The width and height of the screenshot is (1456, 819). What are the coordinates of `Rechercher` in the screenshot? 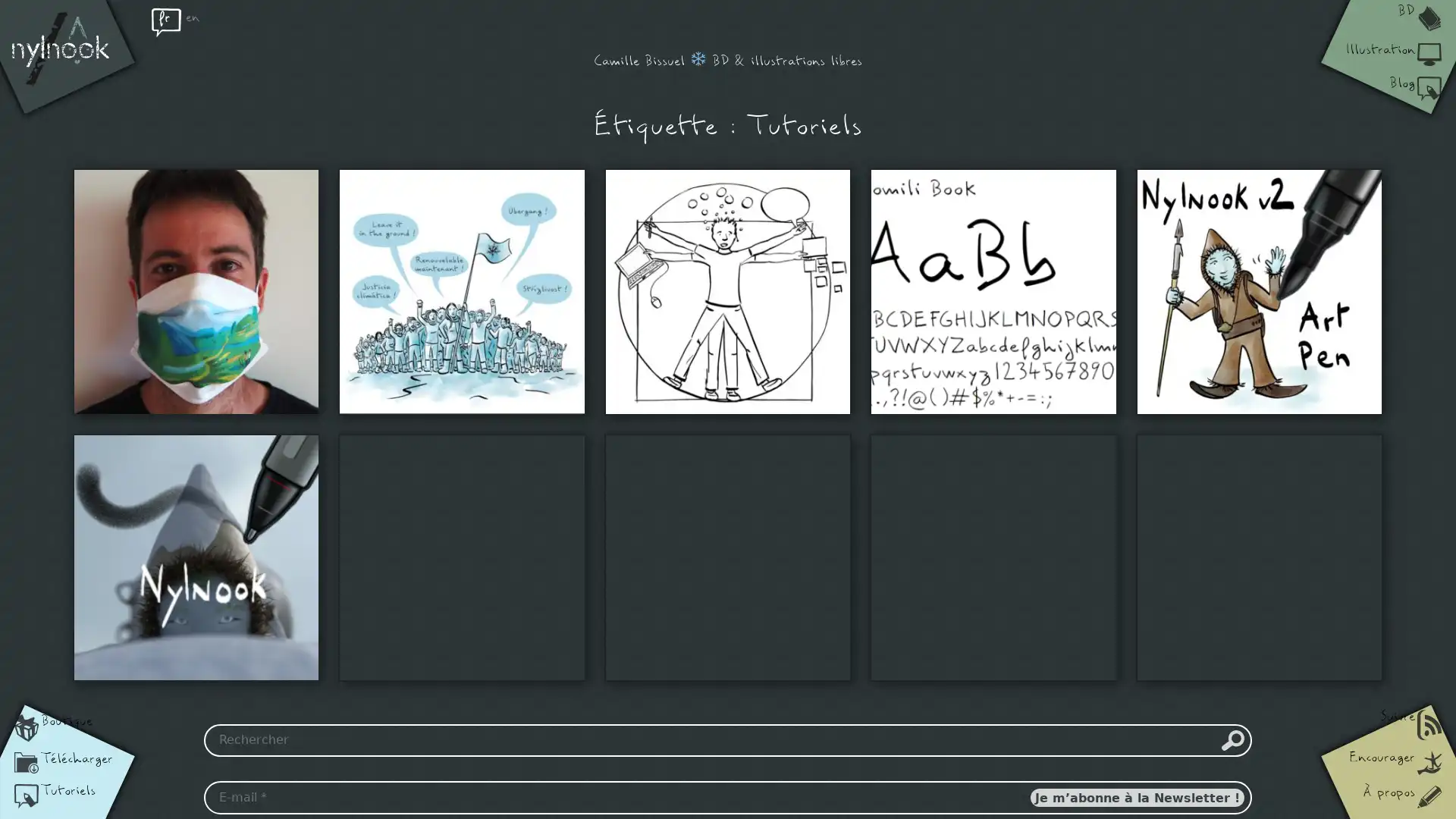 It's located at (1232, 739).